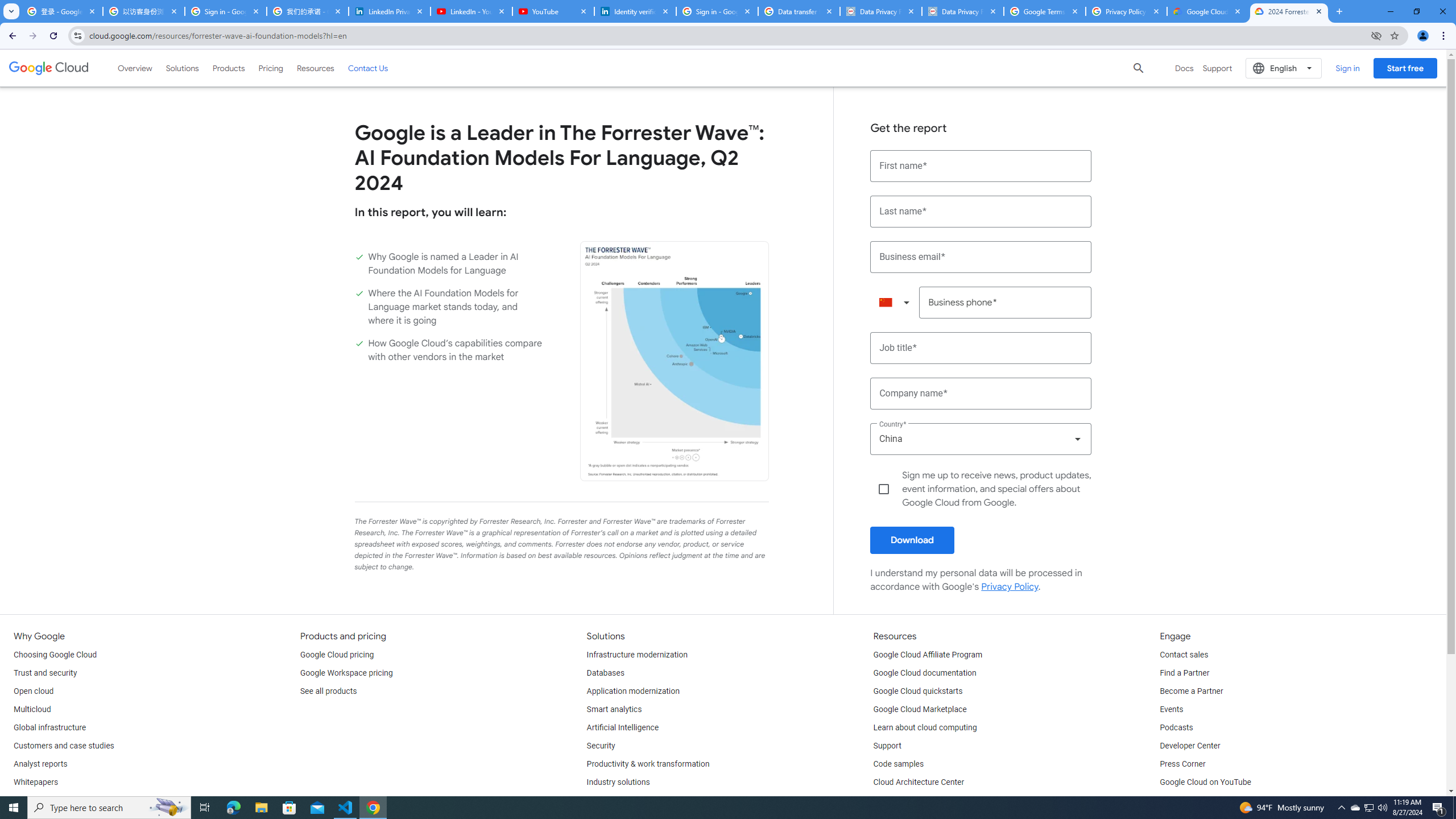 Image resolution: width=1456 pixels, height=819 pixels. I want to click on 'Artificial Intelligence', so click(622, 727).